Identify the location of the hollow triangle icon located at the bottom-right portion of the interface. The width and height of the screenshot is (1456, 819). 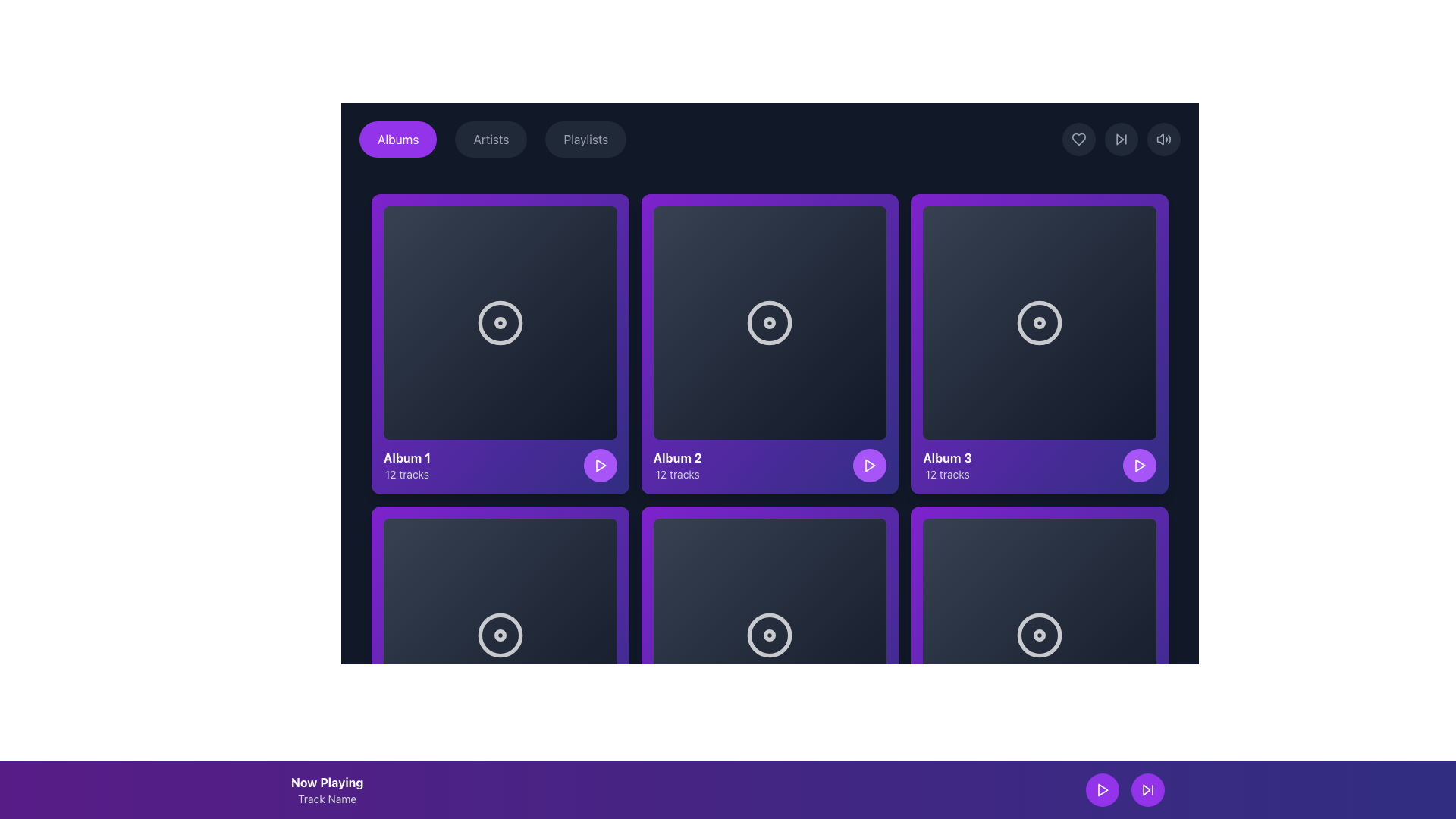
(1147, 789).